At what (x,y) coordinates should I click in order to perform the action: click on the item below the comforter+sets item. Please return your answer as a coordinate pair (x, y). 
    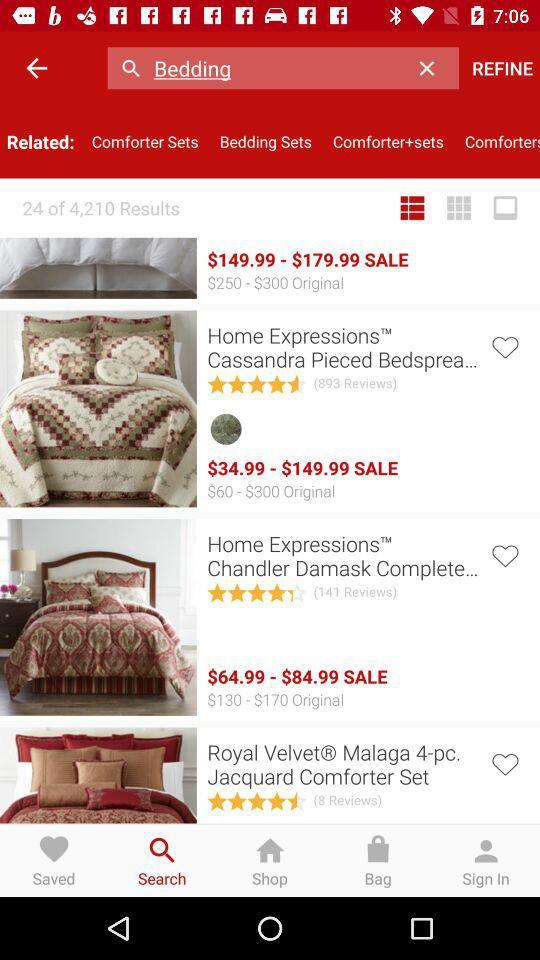
    Looking at the image, I should click on (459, 208).